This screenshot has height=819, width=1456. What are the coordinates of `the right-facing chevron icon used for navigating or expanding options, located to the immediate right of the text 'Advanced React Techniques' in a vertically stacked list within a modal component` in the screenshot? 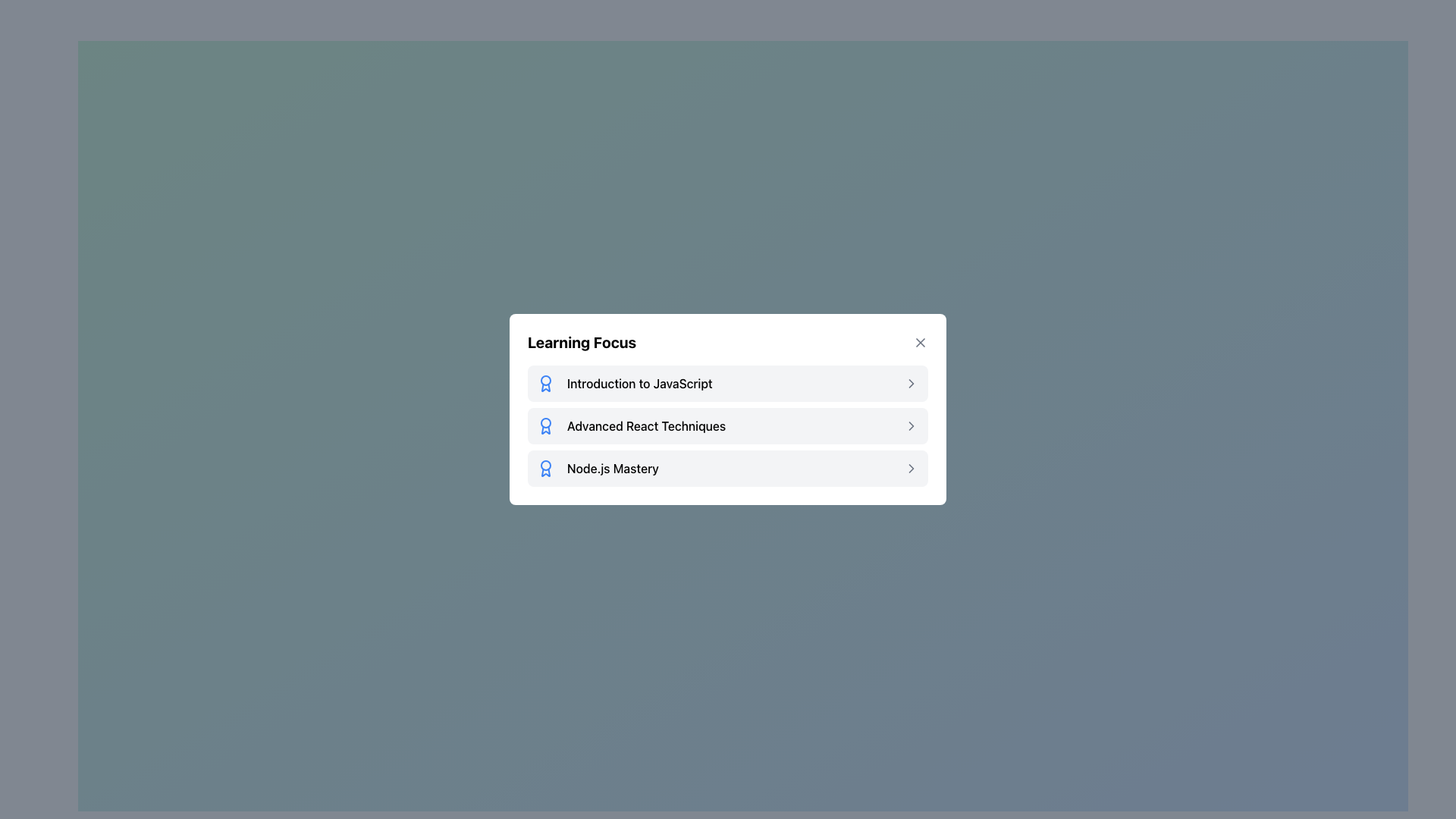 It's located at (910, 426).